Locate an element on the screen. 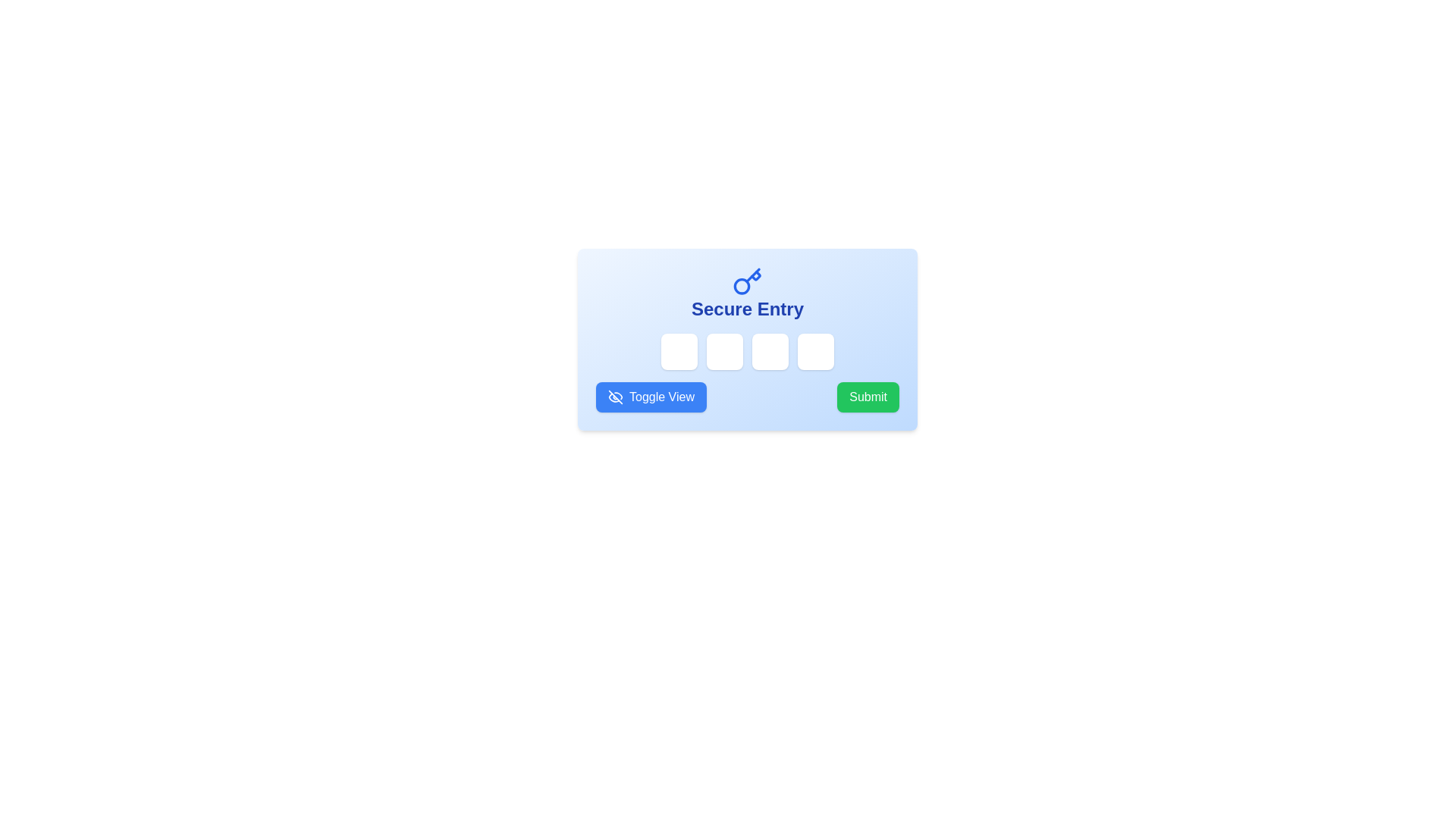 This screenshot has height=819, width=1456. the circular decorative graphic that visually represents a key, symbolizing security or access, located at the top center of the layout above the text 'Secure Entry.' is located at coordinates (742, 286).